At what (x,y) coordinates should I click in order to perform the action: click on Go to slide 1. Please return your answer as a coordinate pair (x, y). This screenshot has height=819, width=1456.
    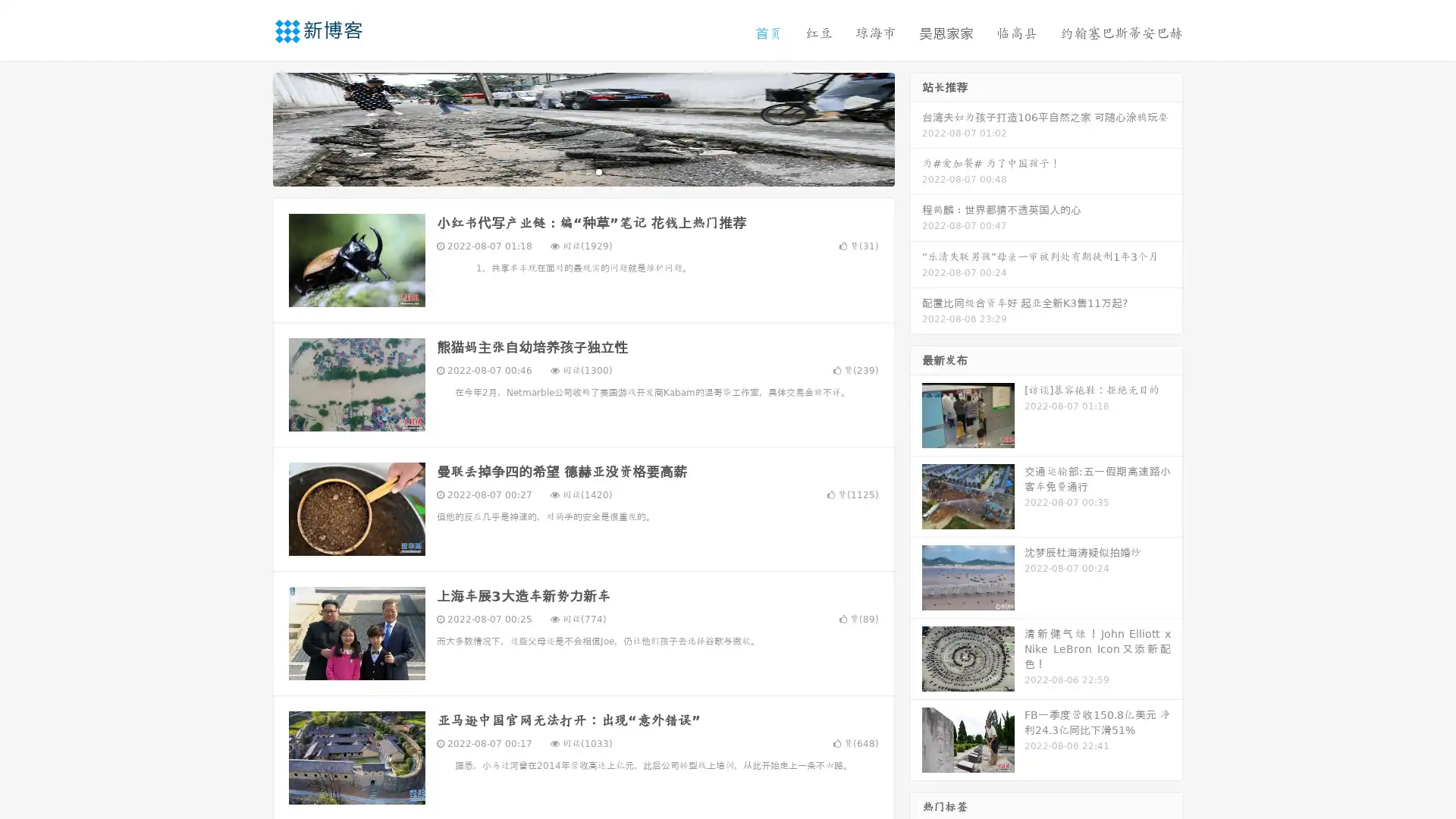
    Looking at the image, I should click on (567, 171).